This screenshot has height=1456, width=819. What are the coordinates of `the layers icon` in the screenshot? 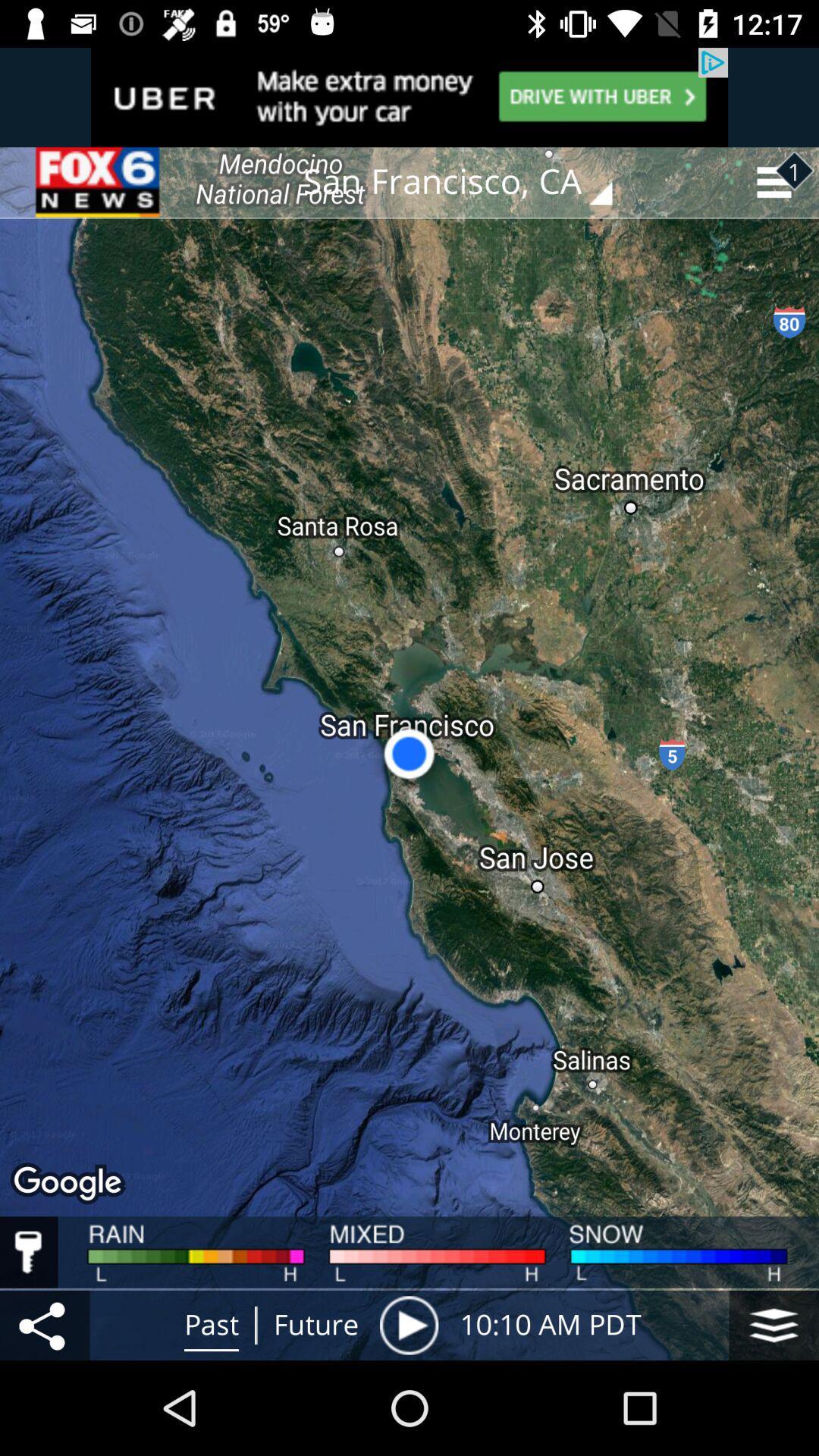 It's located at (773, 1324).